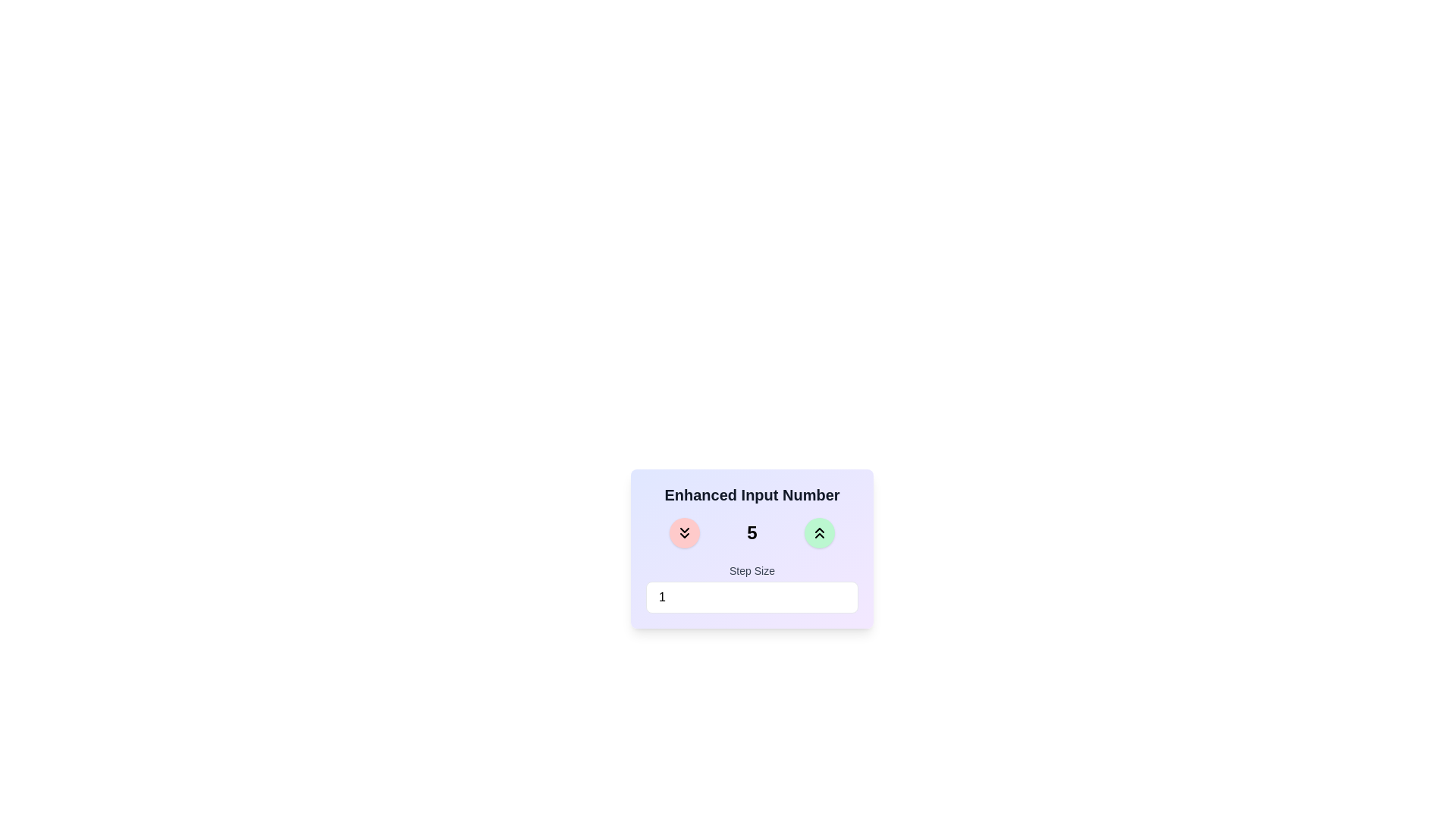 The width and height of the screenshot is (1456, 819). Describe the element at coordinates (818, 532) in the screenshot. I see `the Increment Button, which features a double-chevron upward icon within a circular button at the top-right corner of the numeric input interface` at that location.